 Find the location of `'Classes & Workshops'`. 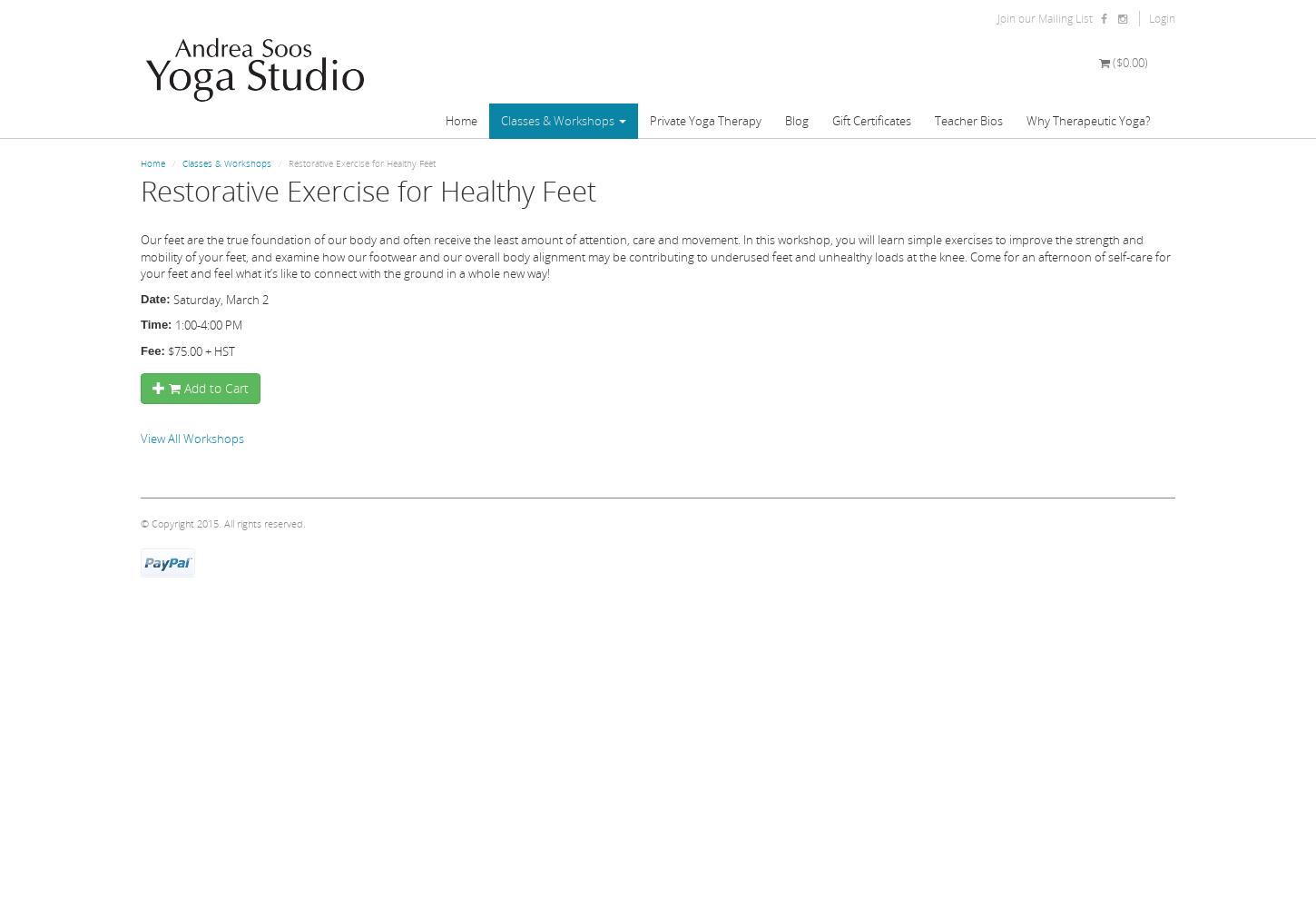

'Classes & Workshops' is located at coordinates (226, 163).